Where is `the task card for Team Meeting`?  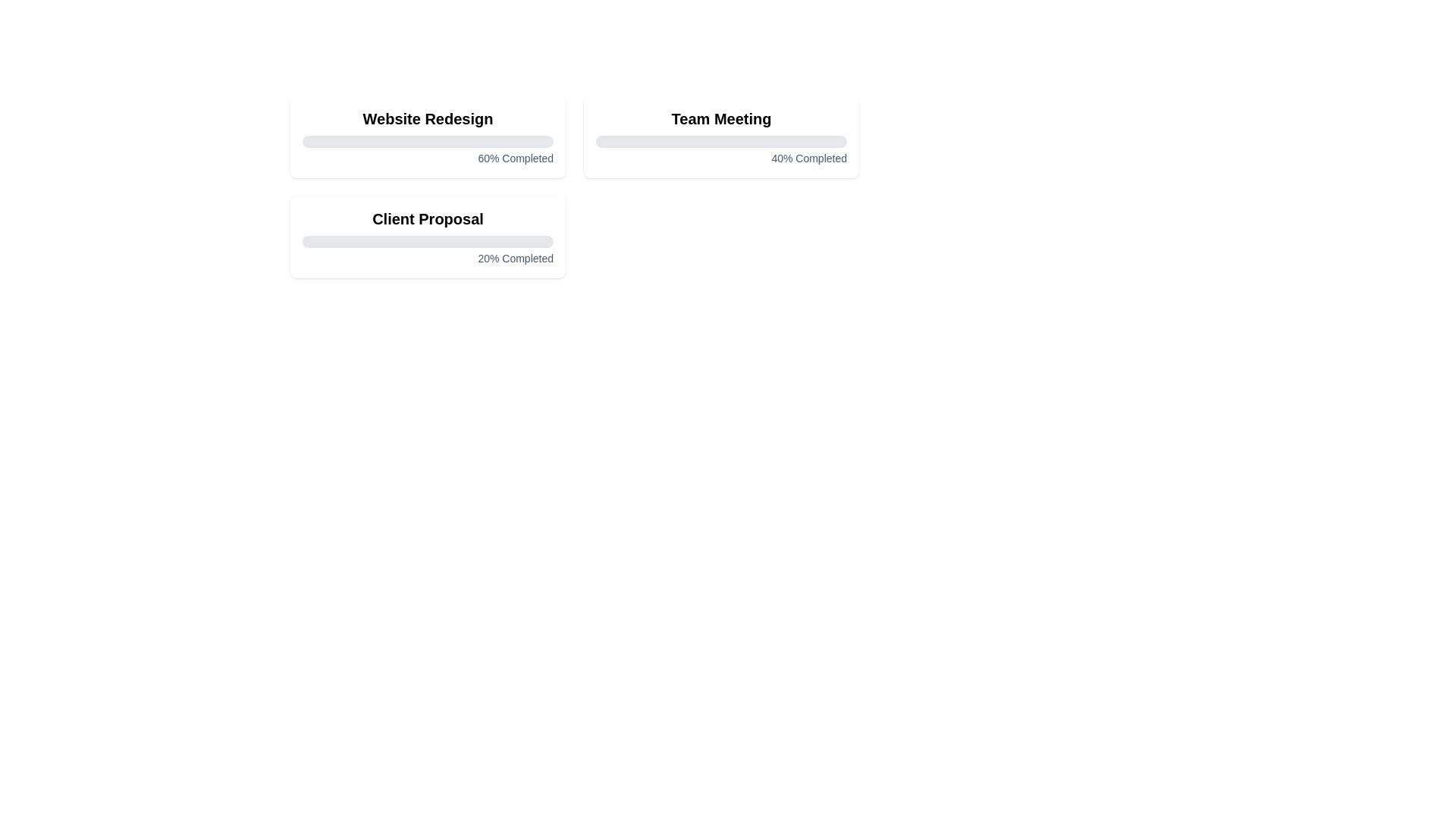 the task card for Team Meeting is located at coordinates (720, 137).